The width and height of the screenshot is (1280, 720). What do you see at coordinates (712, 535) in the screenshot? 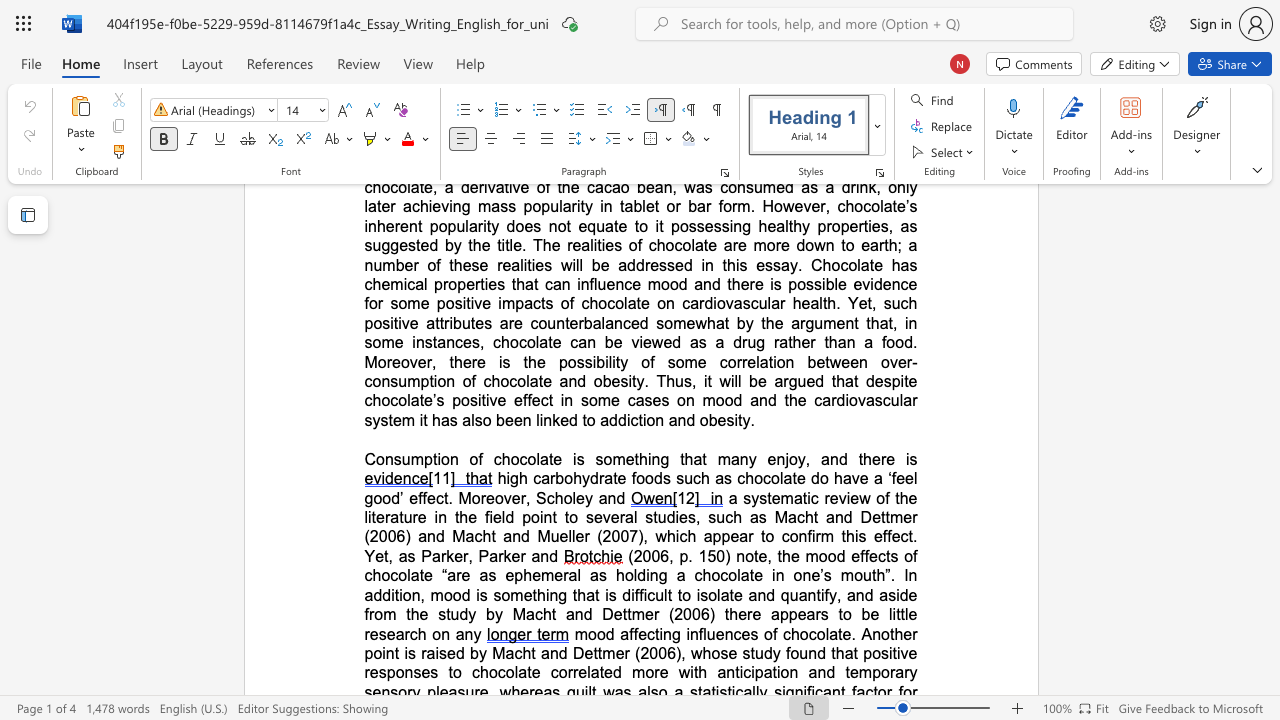
I see `the subset text "ppear to confir" within the text "appear to confirm"` at bounding box center [712, 535].